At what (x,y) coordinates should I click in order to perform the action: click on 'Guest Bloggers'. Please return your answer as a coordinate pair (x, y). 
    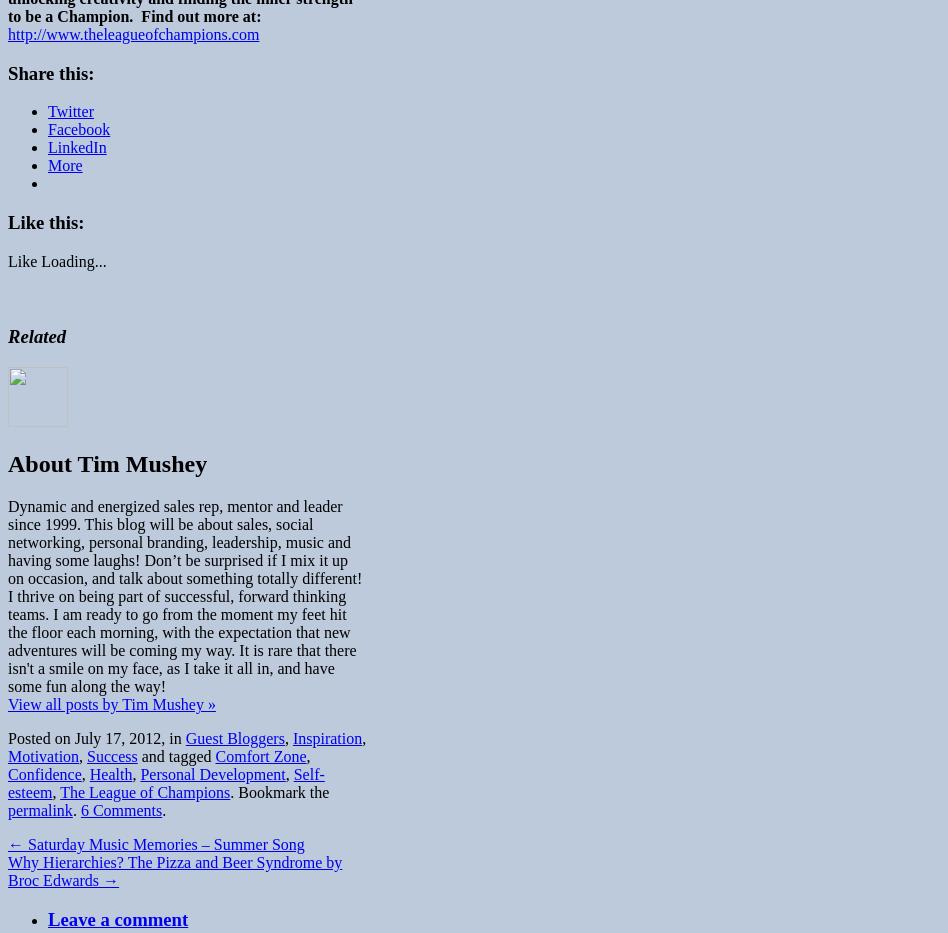
    Looking at the image, I should click on (183, 737).